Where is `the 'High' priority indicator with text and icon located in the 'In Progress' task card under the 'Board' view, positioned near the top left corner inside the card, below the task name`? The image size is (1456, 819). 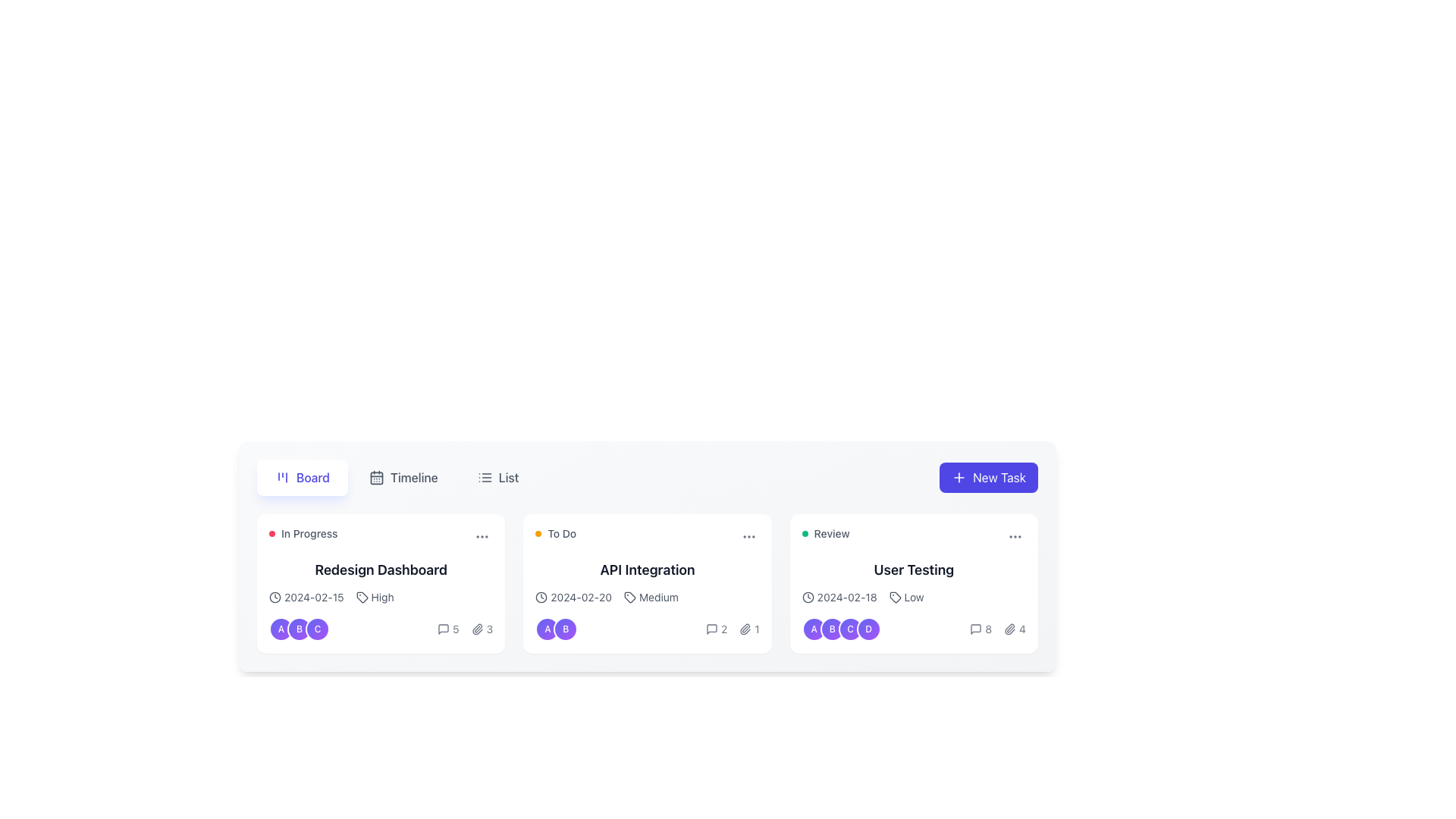 the 'High' priority indicator with text and icon located in the 'In Progress' task card under the 'Board' view, positioned near the top left corner inside the card, below the task name is located at coordinates (375, 596).